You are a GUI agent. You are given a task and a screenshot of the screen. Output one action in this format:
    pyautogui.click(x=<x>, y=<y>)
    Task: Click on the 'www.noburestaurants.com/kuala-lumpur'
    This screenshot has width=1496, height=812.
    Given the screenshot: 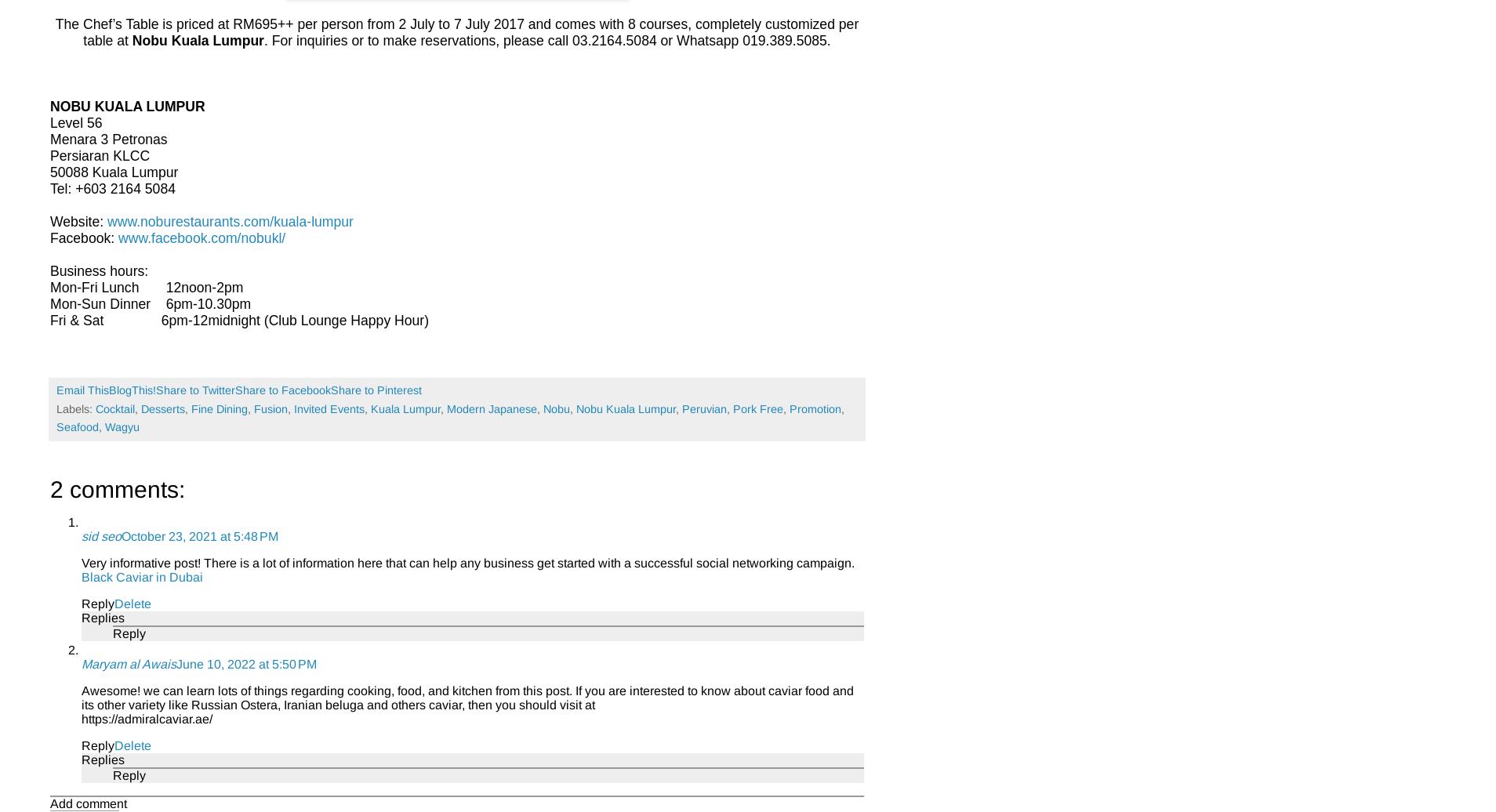 What is the action you would take?
    pyautogui.click(x=230, y=222)
    